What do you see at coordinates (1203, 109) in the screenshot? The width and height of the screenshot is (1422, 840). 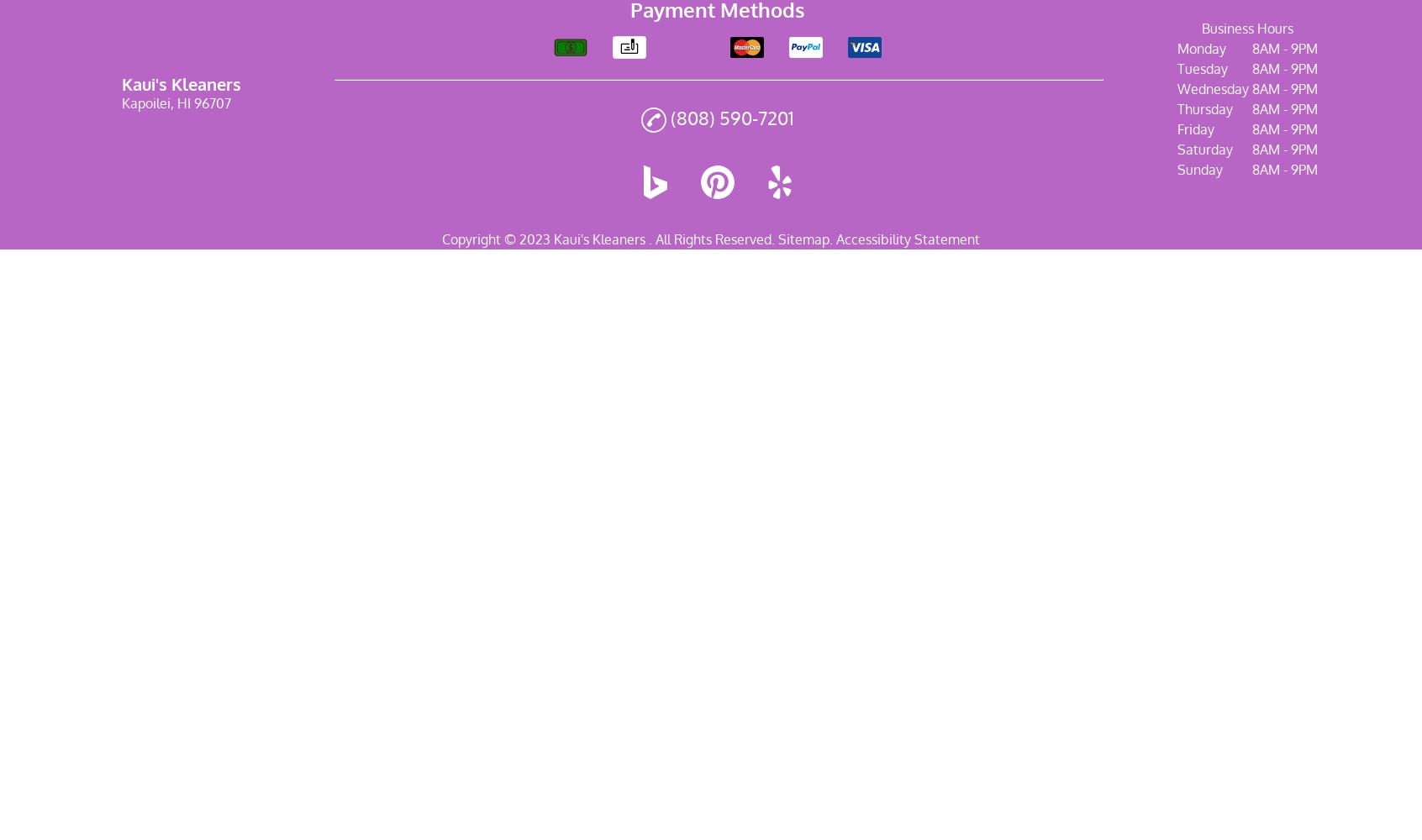 I see `'Thursday'` at bounding box center [1203, 109].